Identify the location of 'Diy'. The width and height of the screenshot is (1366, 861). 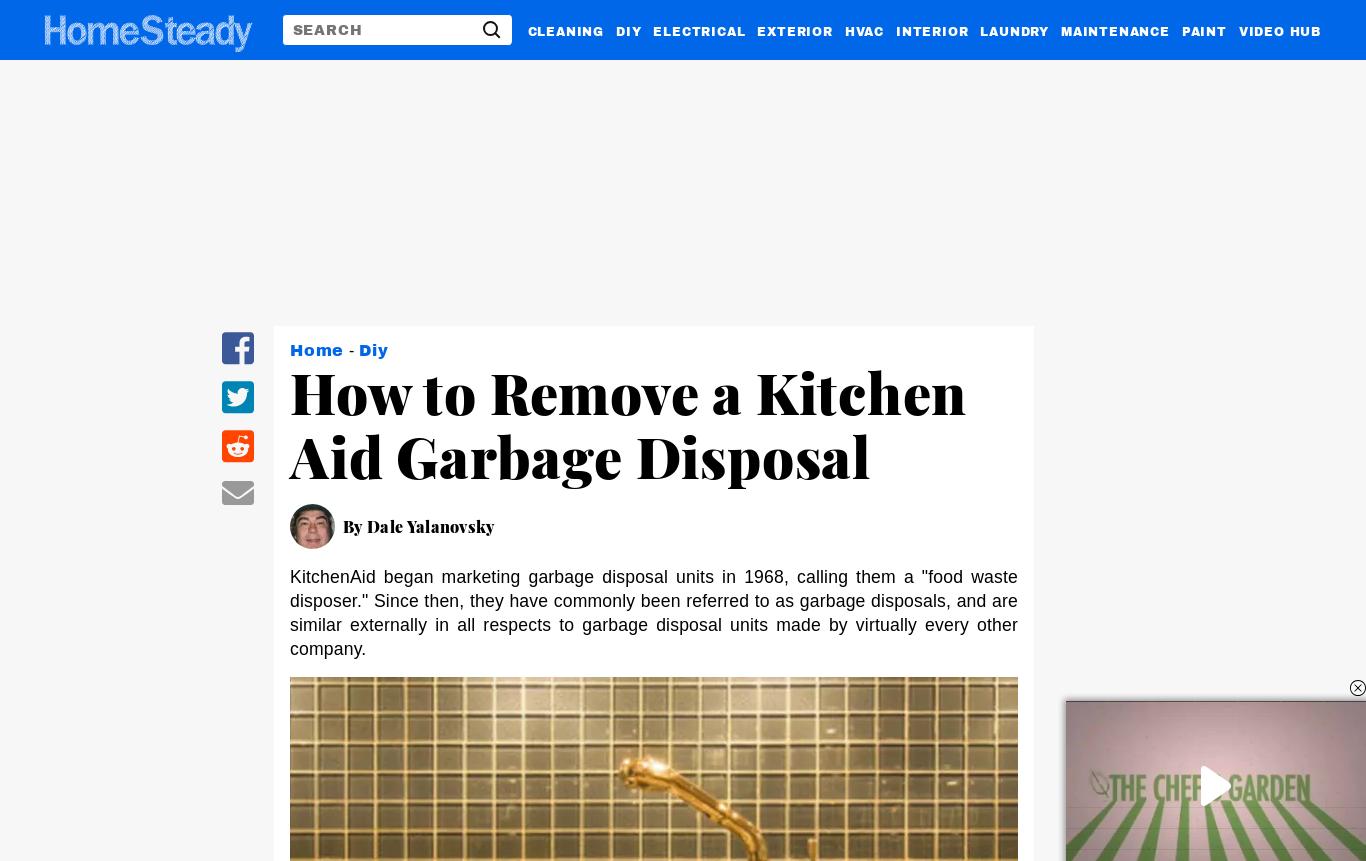
(372, 349).